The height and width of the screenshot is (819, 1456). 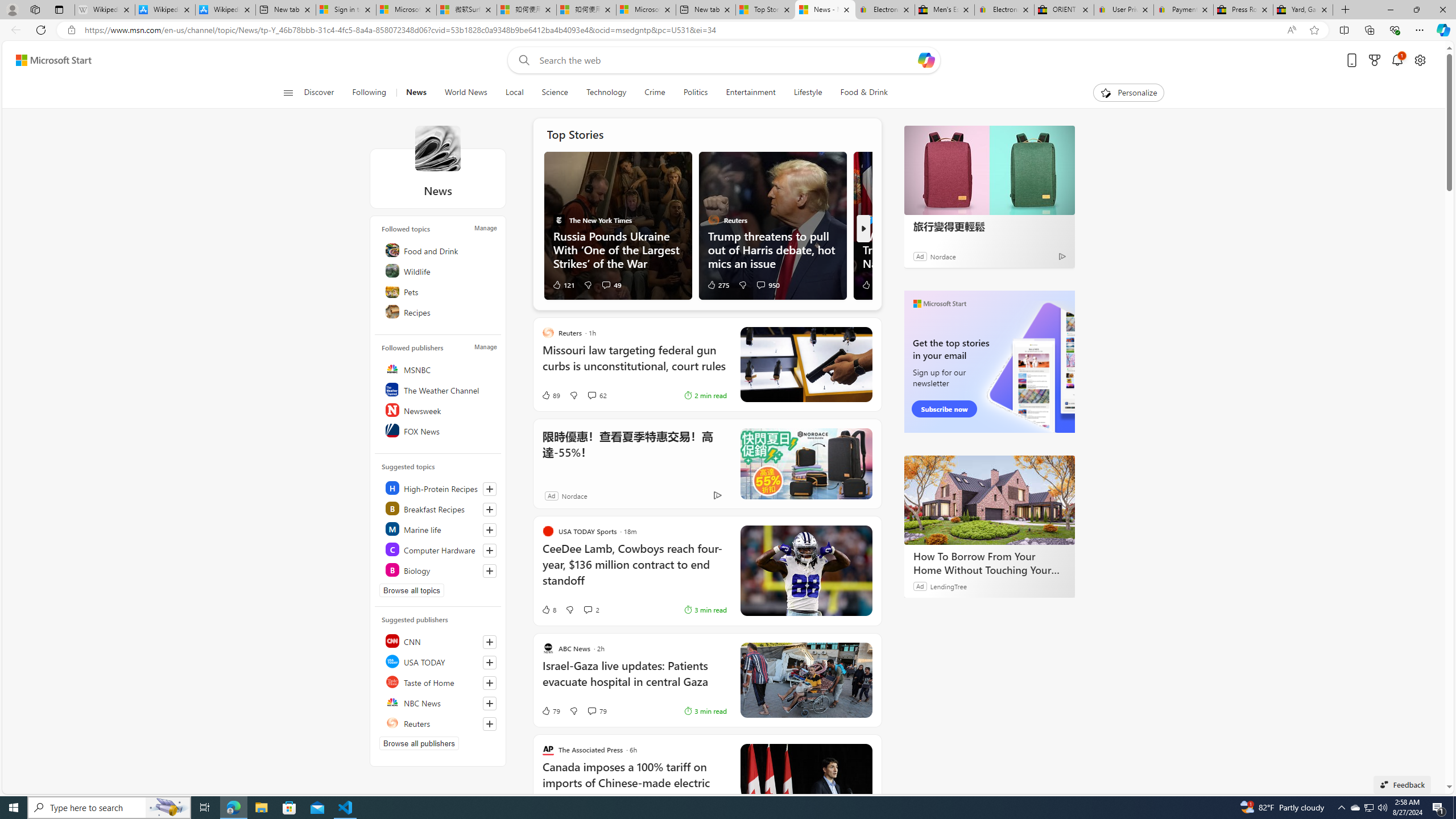 What do you see at coordinates (554, 92) in the screenshot?
I see `'Science'` at bounding box center [554, 92].